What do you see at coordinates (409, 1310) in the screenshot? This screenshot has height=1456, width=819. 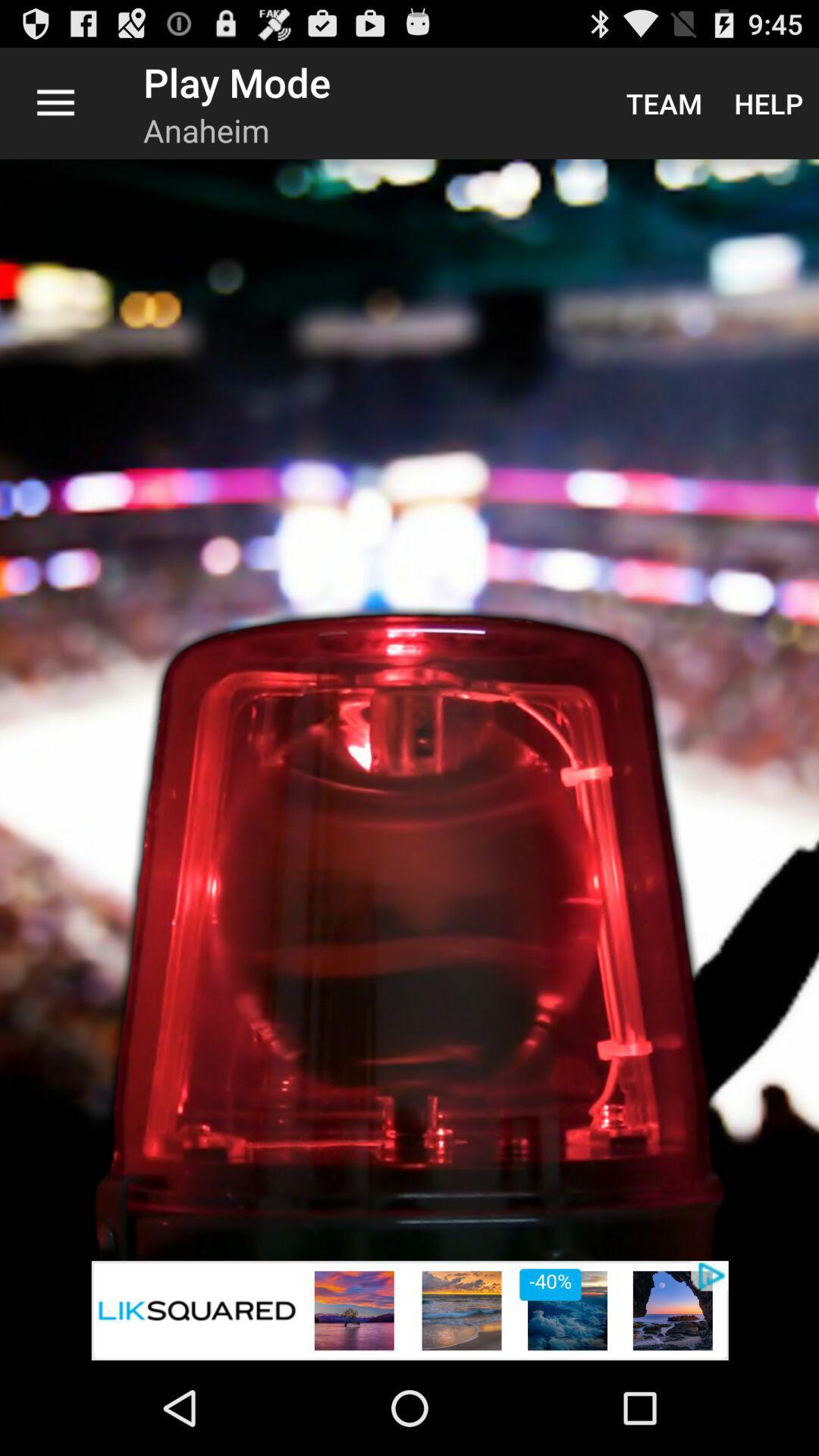 I see `advertisement company` at bounding box center [409, 1310].